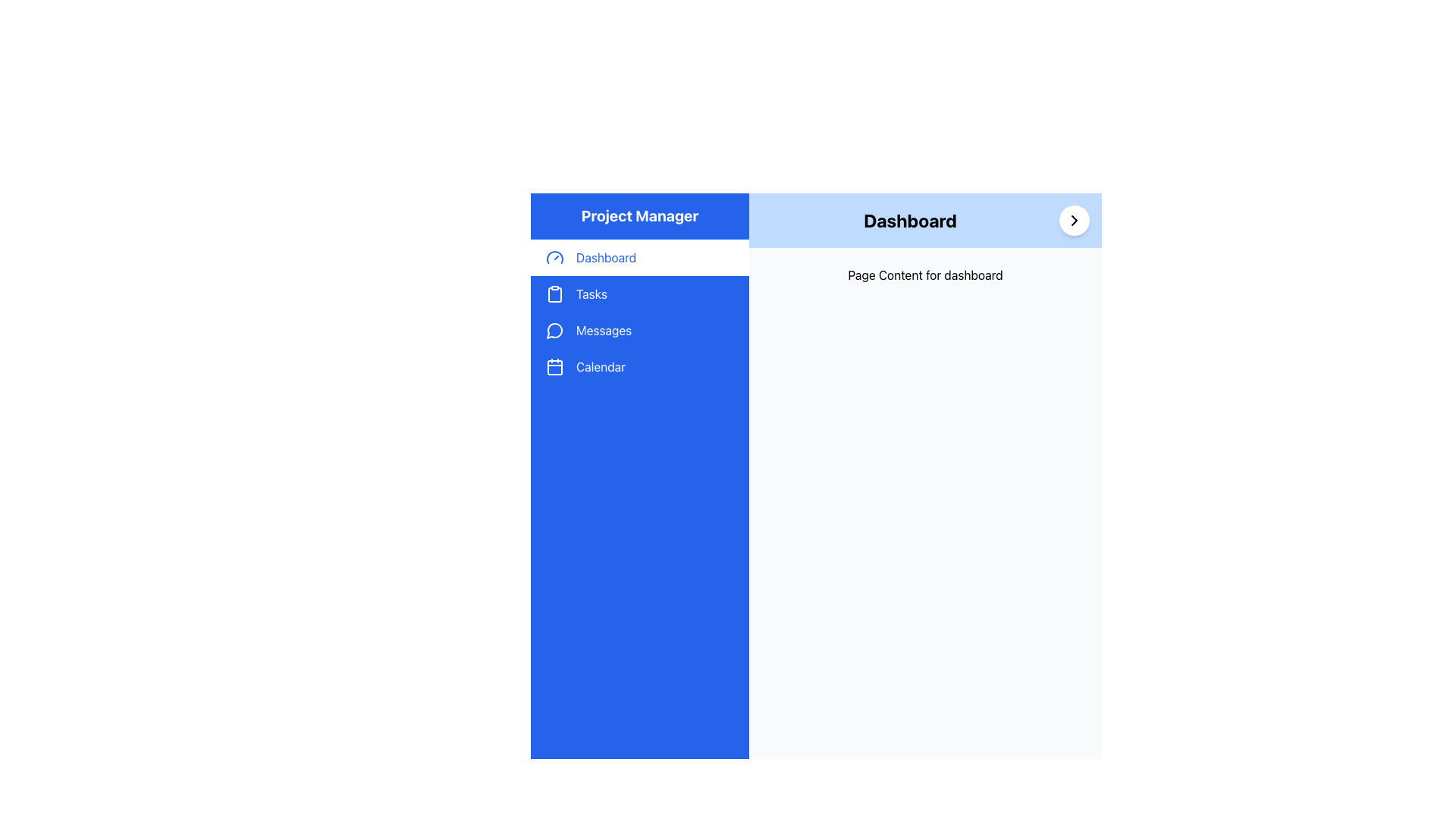  I want to click on the small rectangular graphical decorative element with rounded corners, styled with a blue background, located within the calendar icon on the fourth menu item of the vertical navigation bar, so click(554, 368).